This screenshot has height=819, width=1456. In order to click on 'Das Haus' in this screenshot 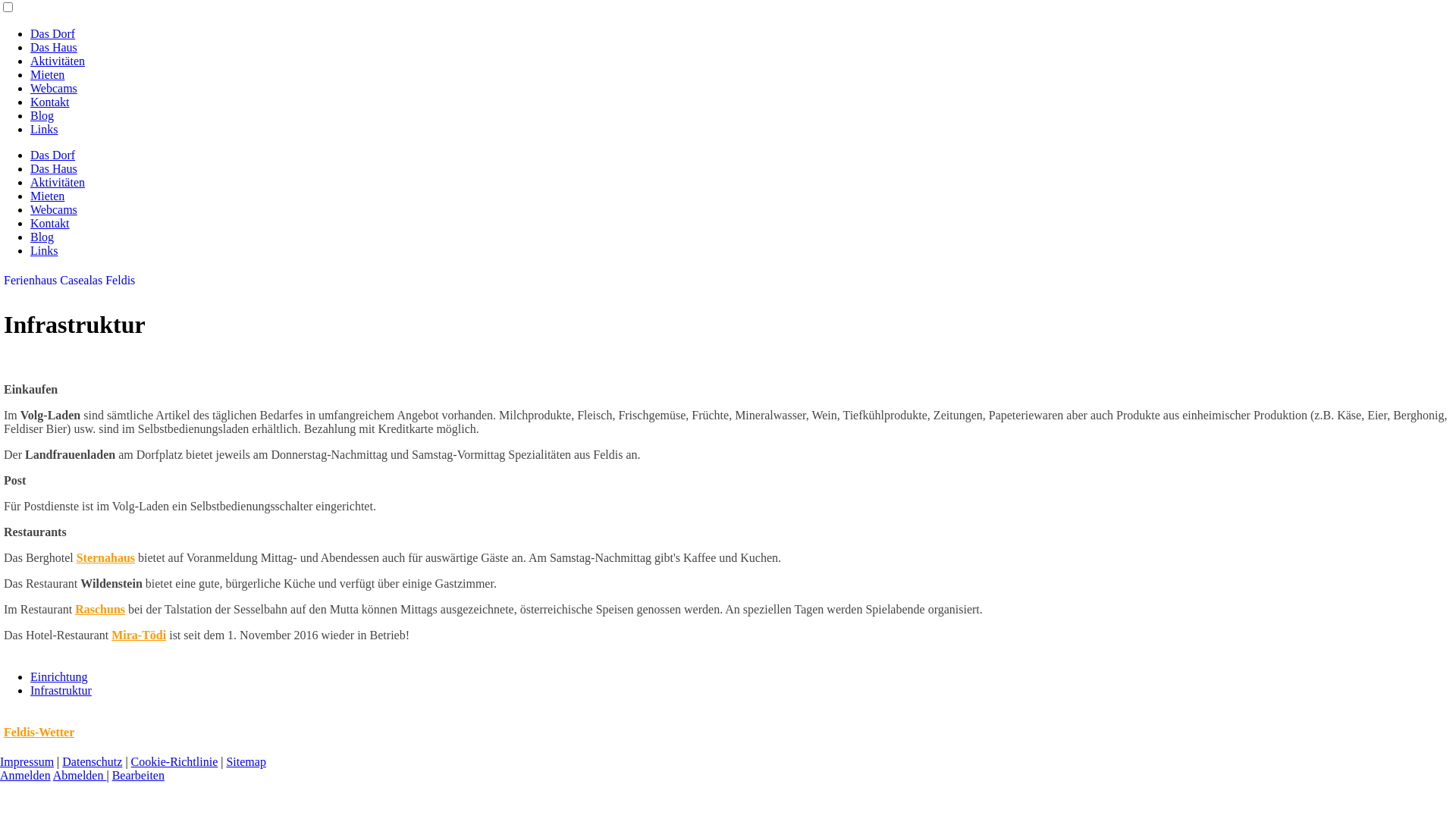, I will do `click(54, 46)`.